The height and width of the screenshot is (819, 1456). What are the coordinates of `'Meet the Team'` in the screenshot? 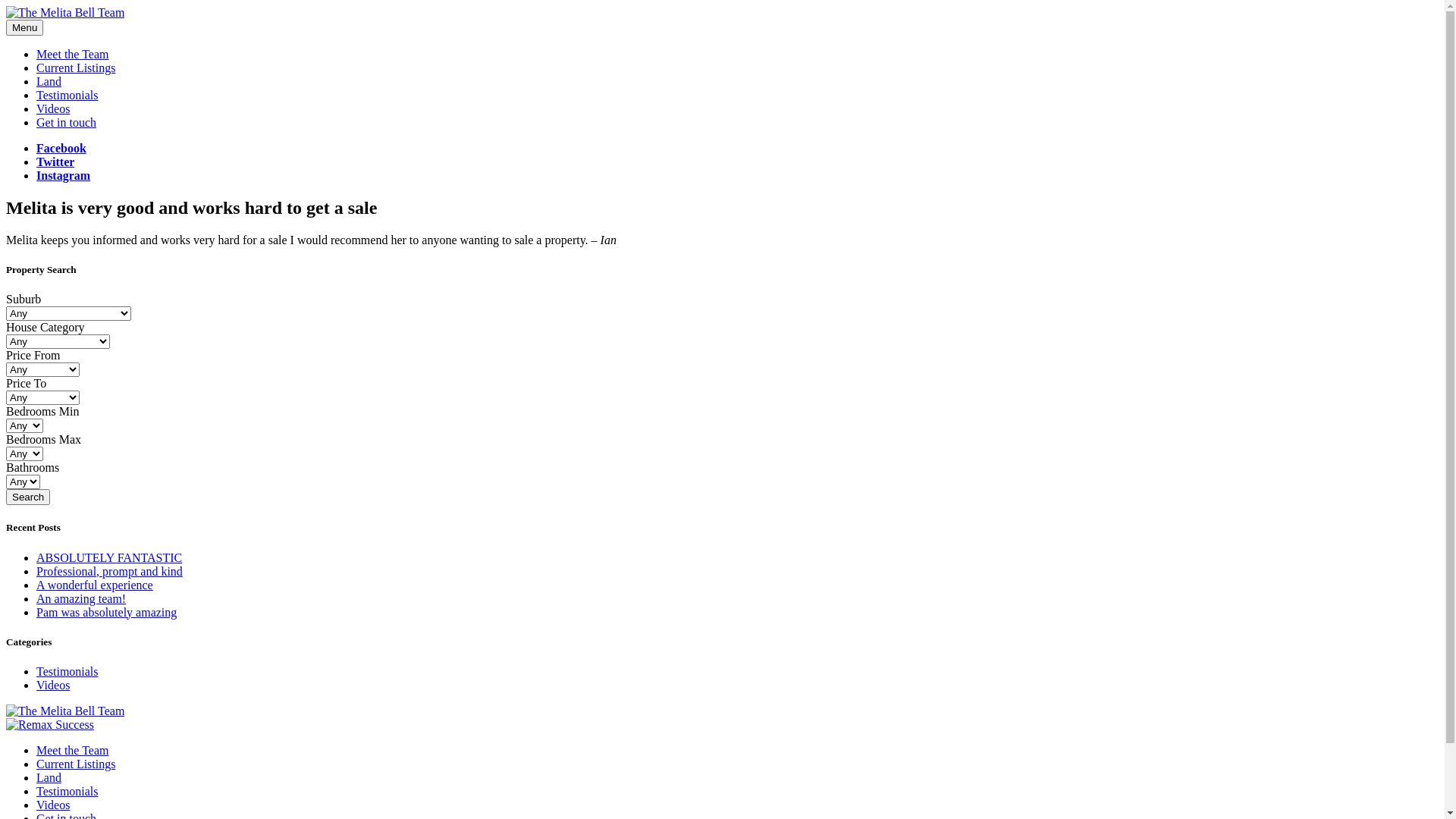 It's located at (71, 53).